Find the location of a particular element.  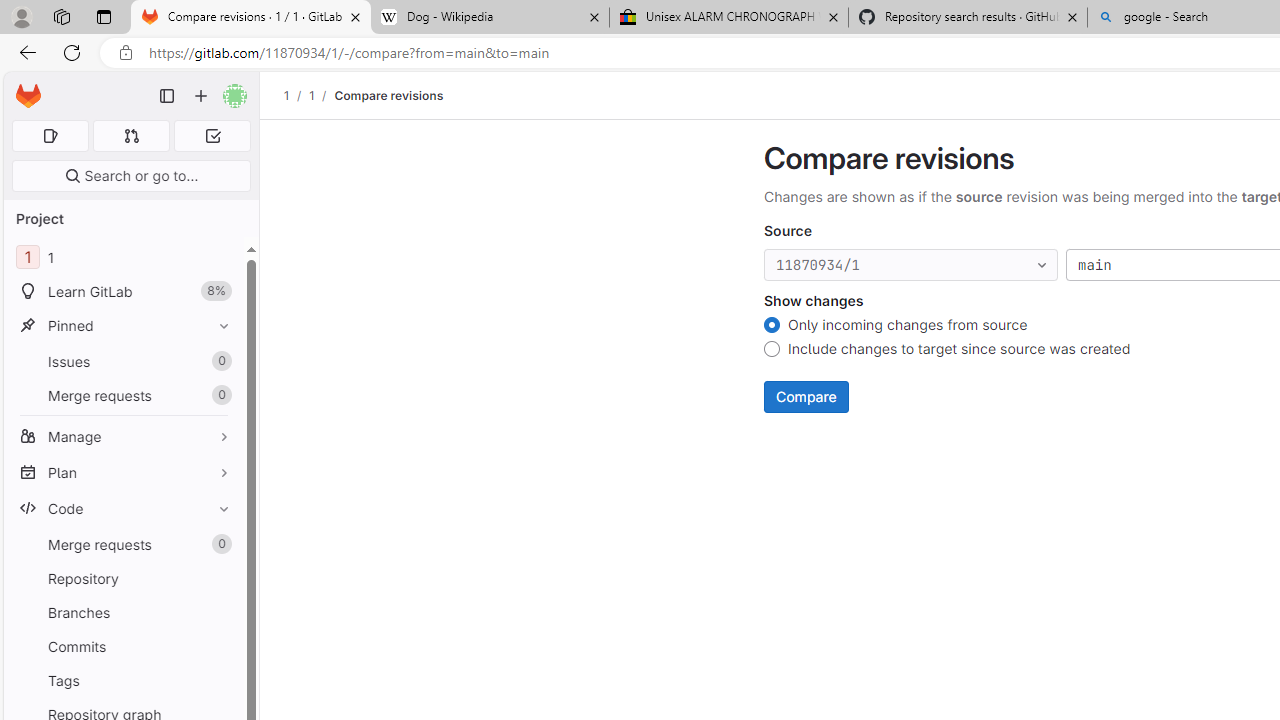

'To-Do list 0' is located at coordinates (212, 135).